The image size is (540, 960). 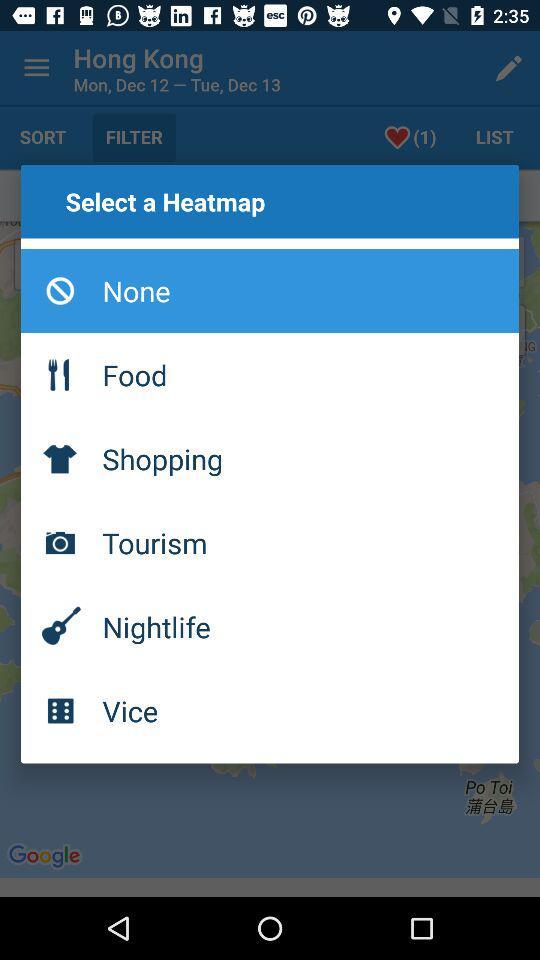 What do you see at coordinates (270, 373) in the screenshot?
I see `food` at bounding box center [270, 373].